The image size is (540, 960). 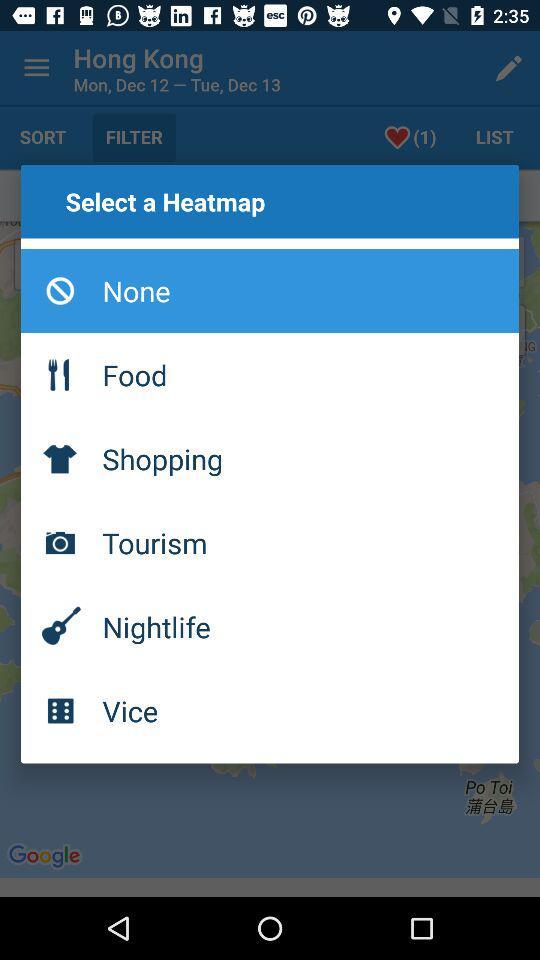 What do you see at coordinates (270, 373) in the screenshot?
I see `food` at bounding box center [270, 373].